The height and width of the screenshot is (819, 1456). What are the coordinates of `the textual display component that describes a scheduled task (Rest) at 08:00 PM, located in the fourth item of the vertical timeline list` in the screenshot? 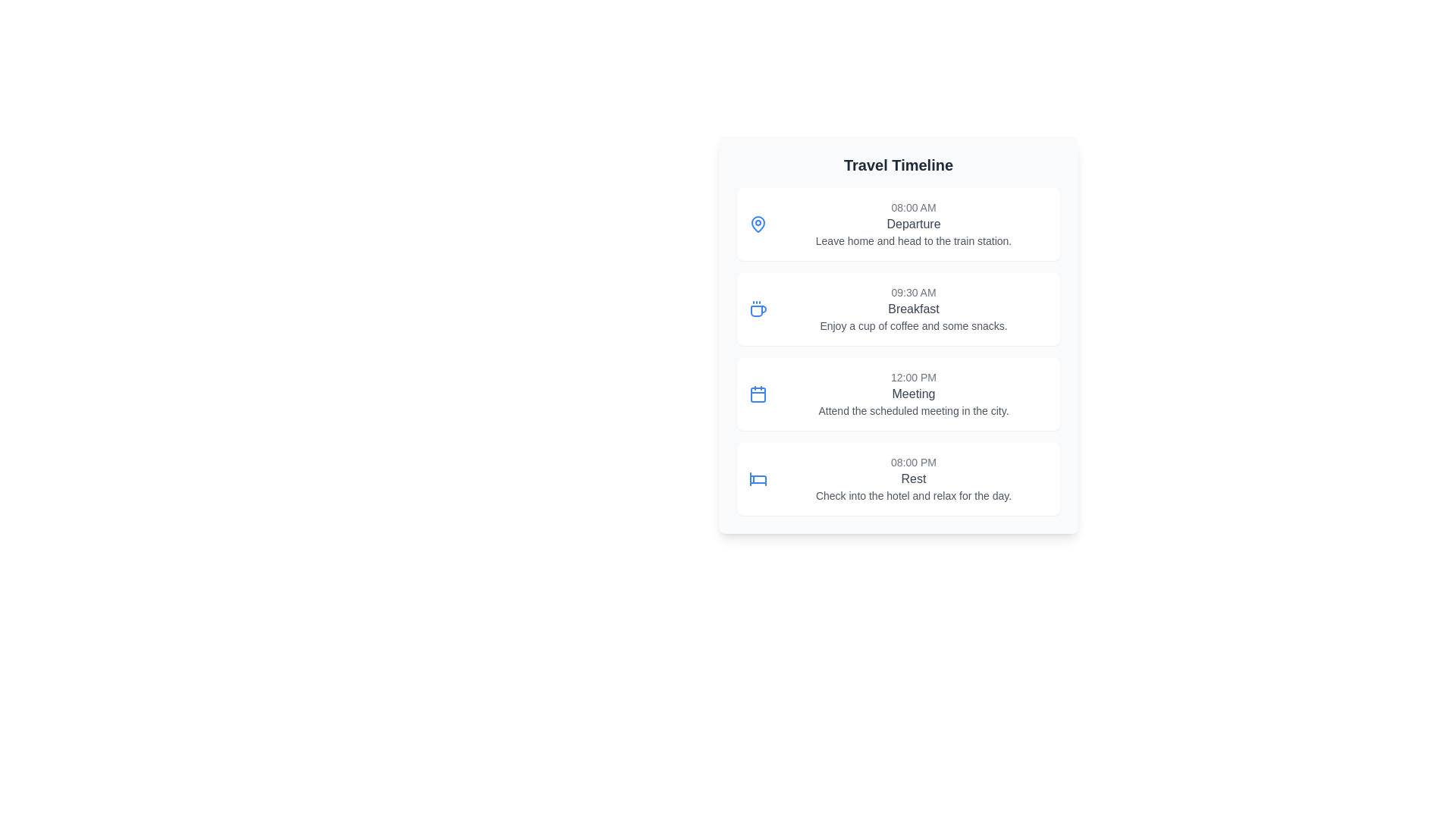 It's located at (912, 479).